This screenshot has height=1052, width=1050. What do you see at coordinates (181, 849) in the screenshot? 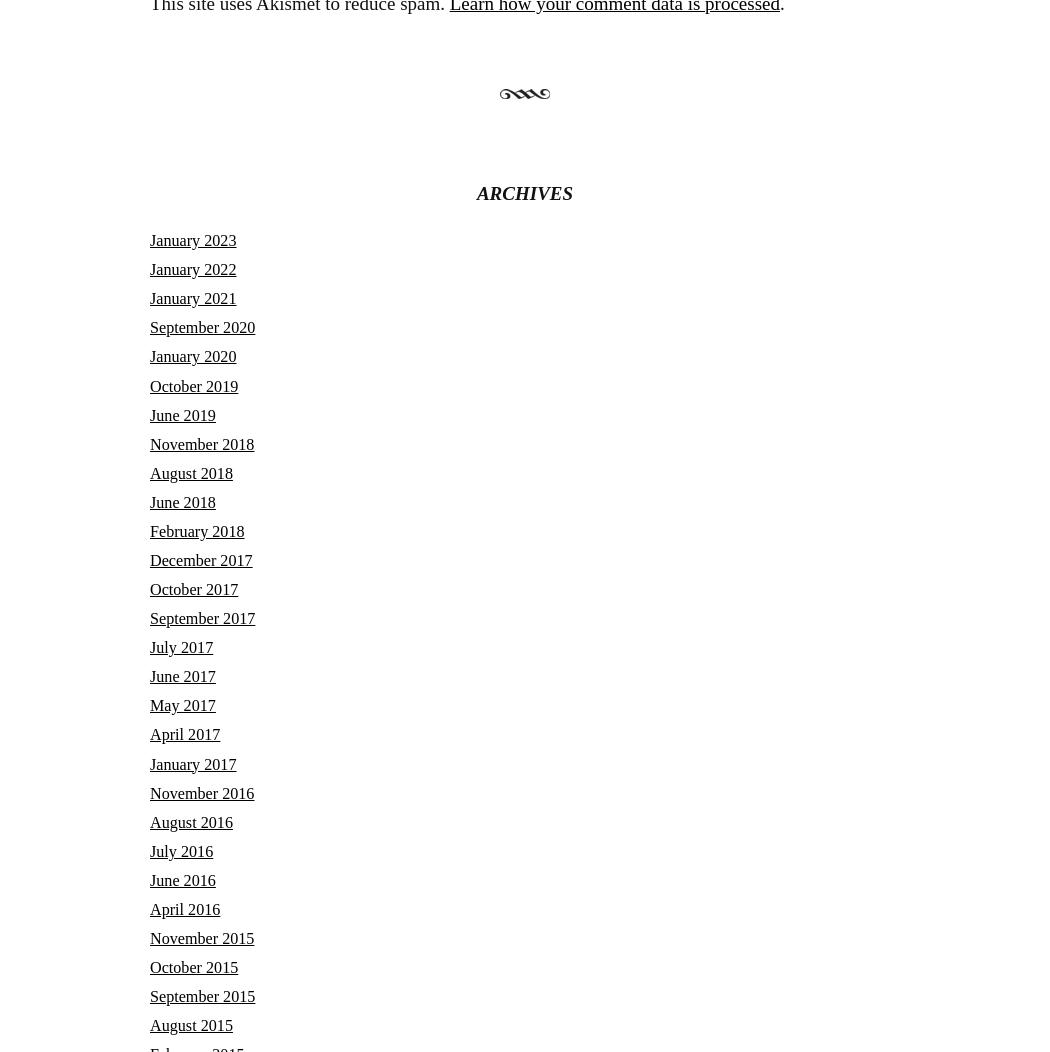
I see `'July 2016'` at bounding box center [181, 849].